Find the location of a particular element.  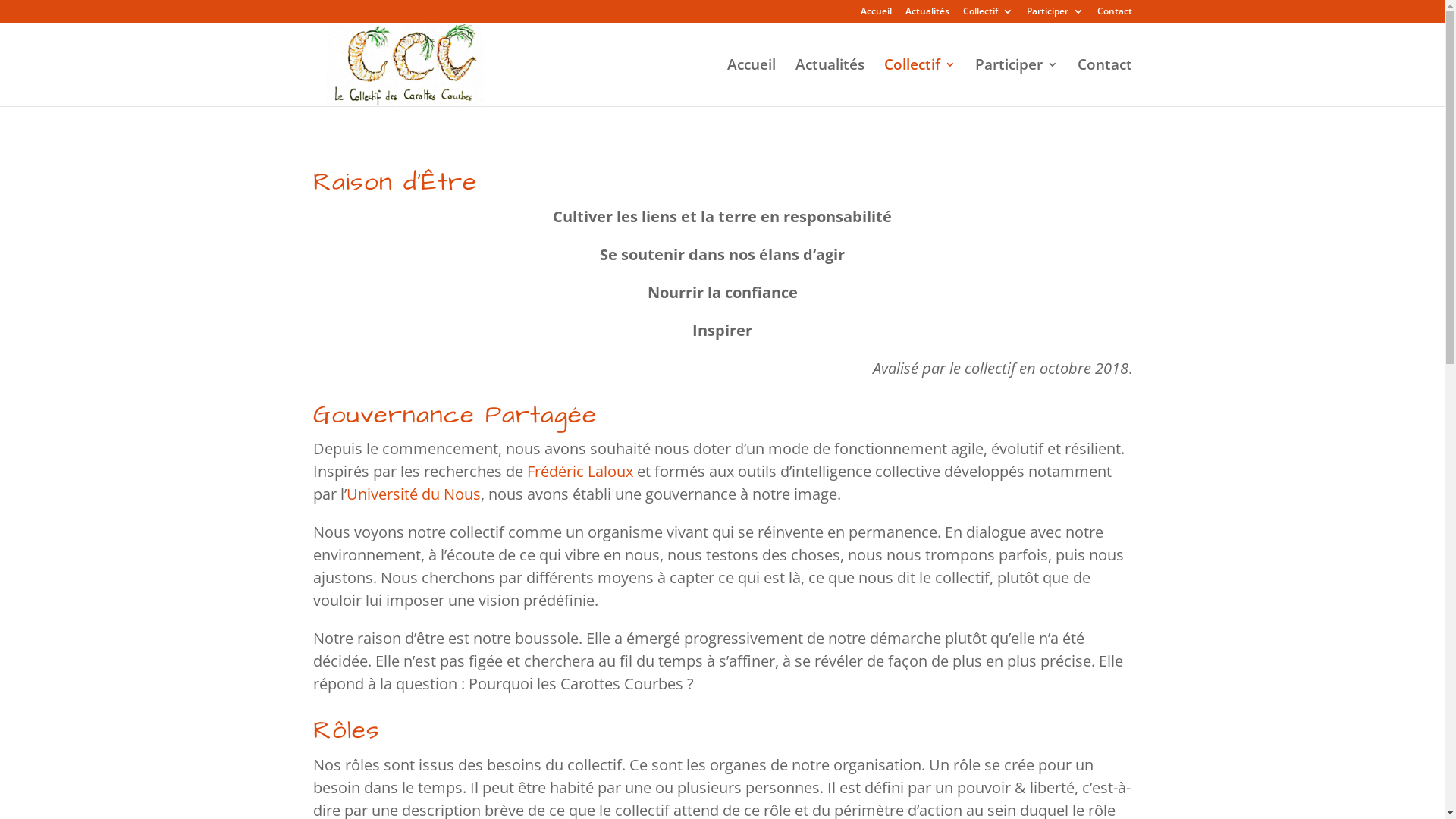

'Participer' is located at coordinates (1026, 14).